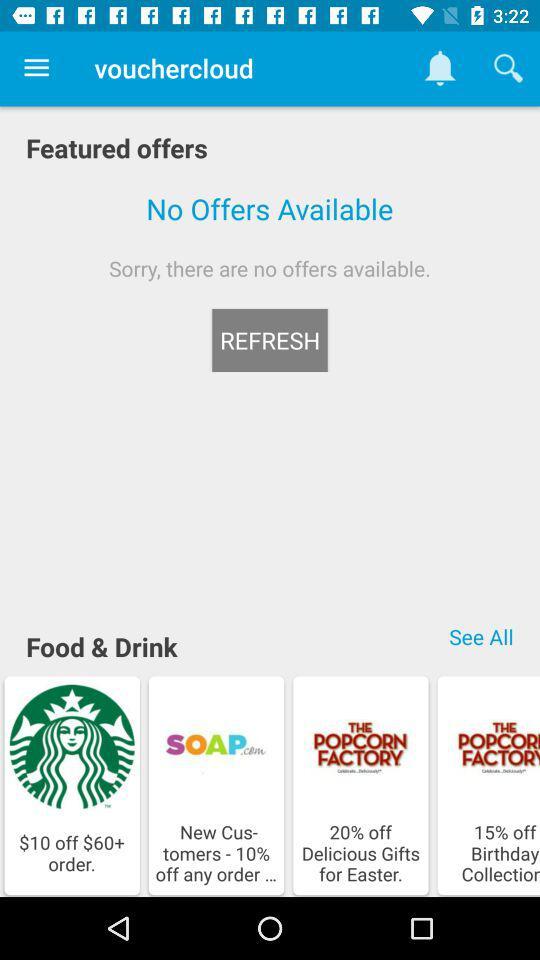 The image size is (540, 960). What do you see at coordinates (480, 635) in the screenshot?
I see `item on the right` at bounding box center [480, 635].